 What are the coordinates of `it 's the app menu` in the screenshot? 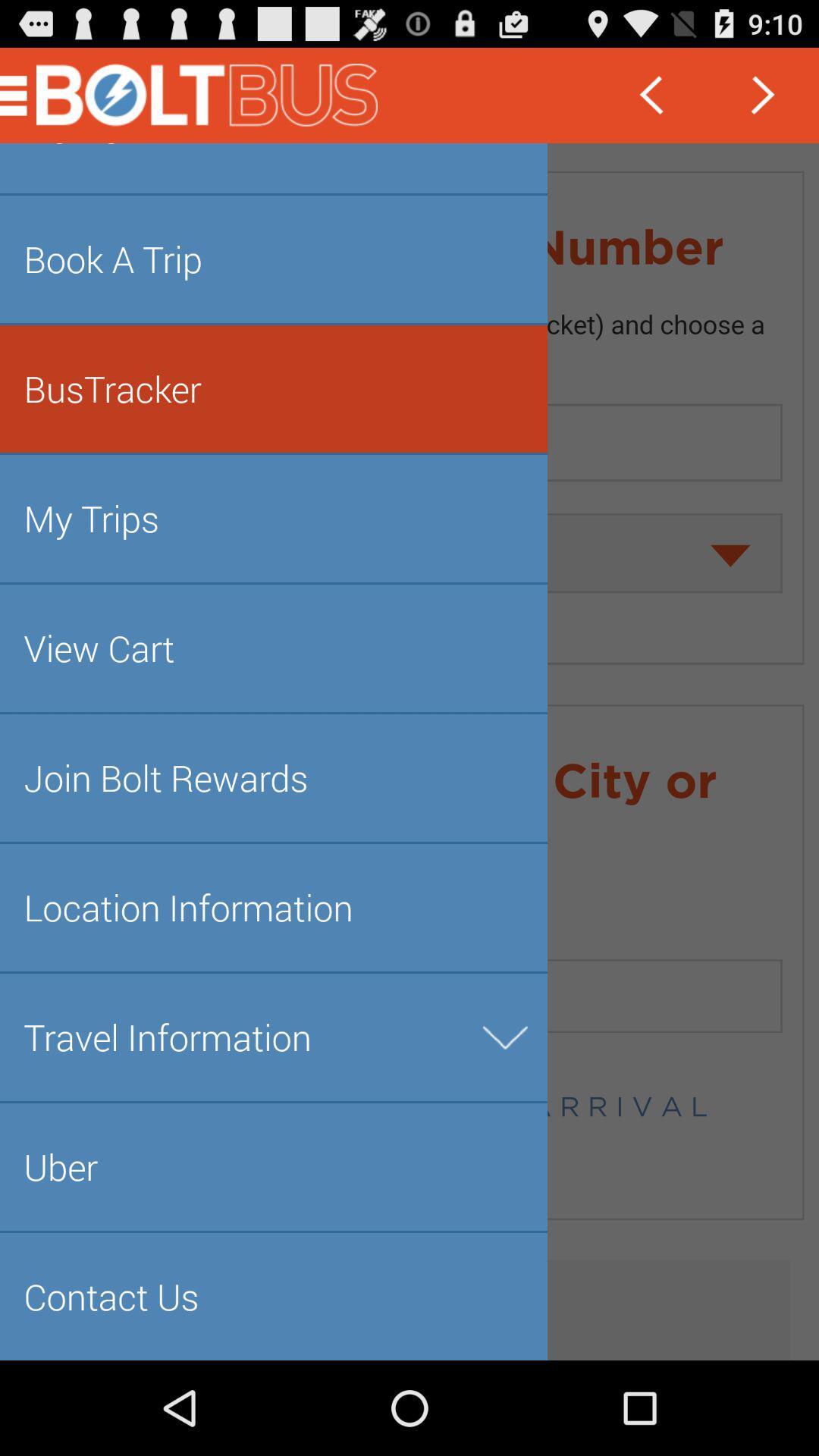 It's located at (409, 752).